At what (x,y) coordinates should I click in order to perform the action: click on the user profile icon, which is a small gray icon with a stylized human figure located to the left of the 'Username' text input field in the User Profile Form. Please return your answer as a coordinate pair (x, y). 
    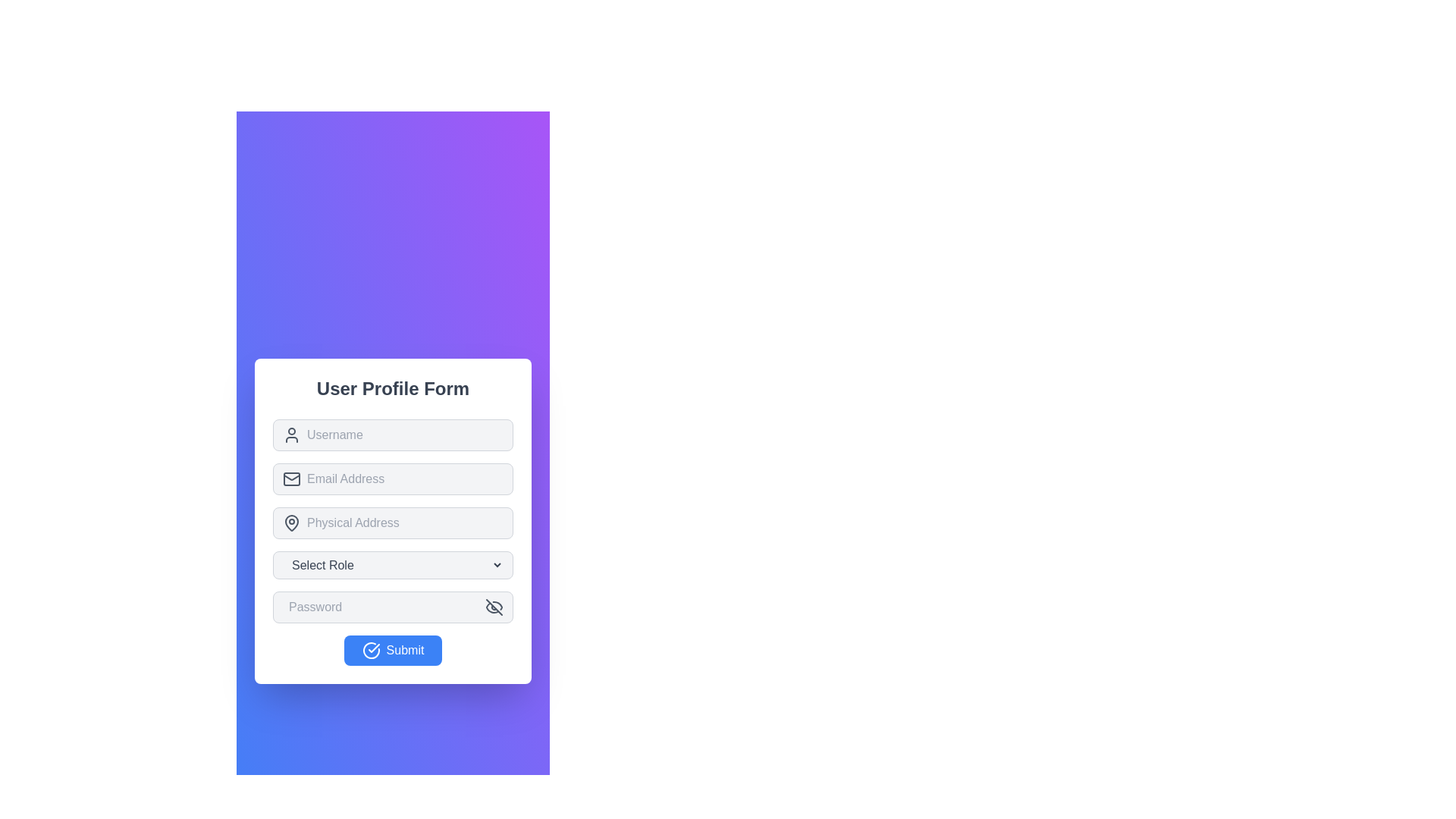
    Looking at the image, I should click on (291, 435).